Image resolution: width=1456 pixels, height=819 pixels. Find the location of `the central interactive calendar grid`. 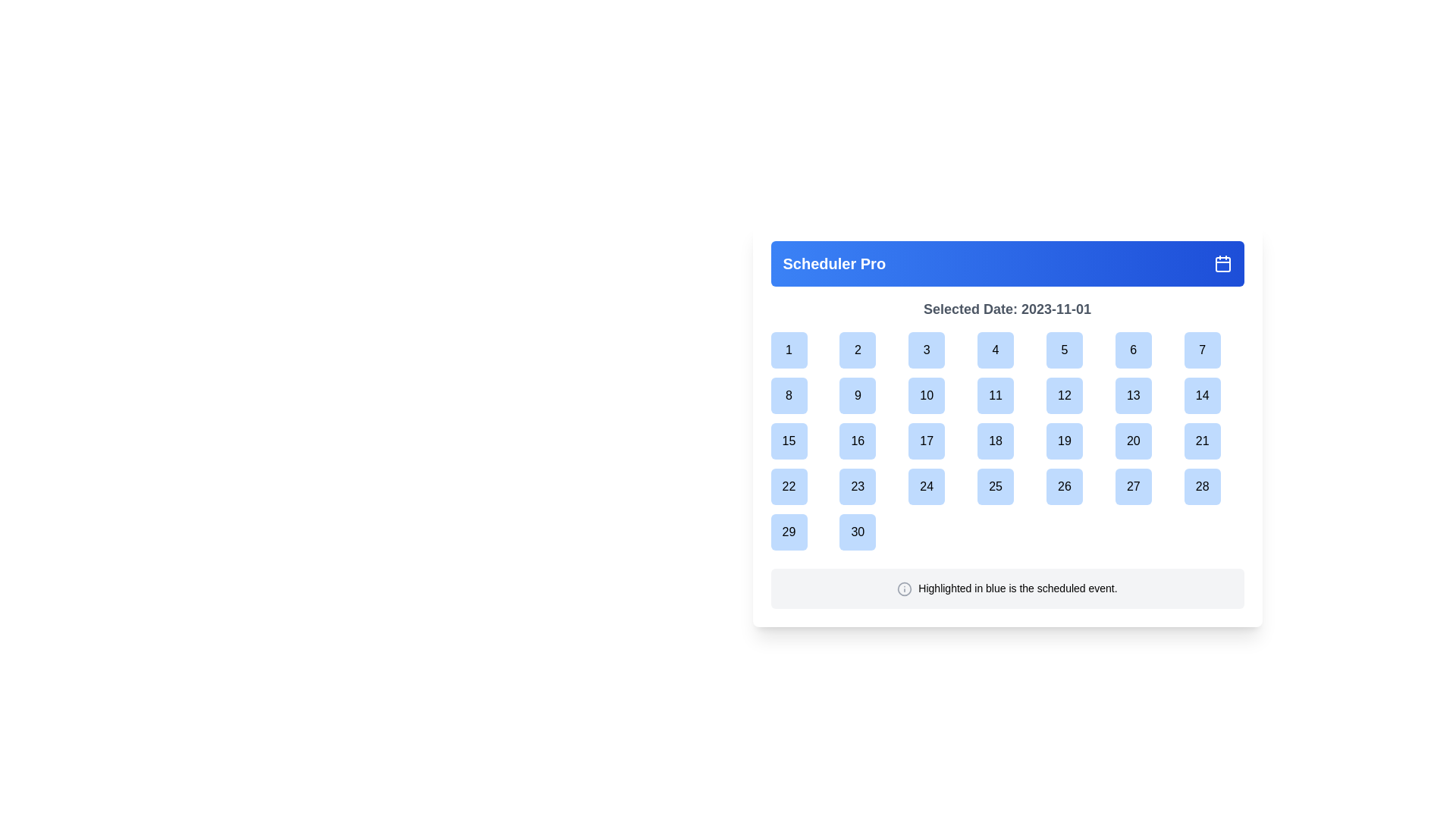

the central interactive calendar grid is located at coordinates (1007, 453).